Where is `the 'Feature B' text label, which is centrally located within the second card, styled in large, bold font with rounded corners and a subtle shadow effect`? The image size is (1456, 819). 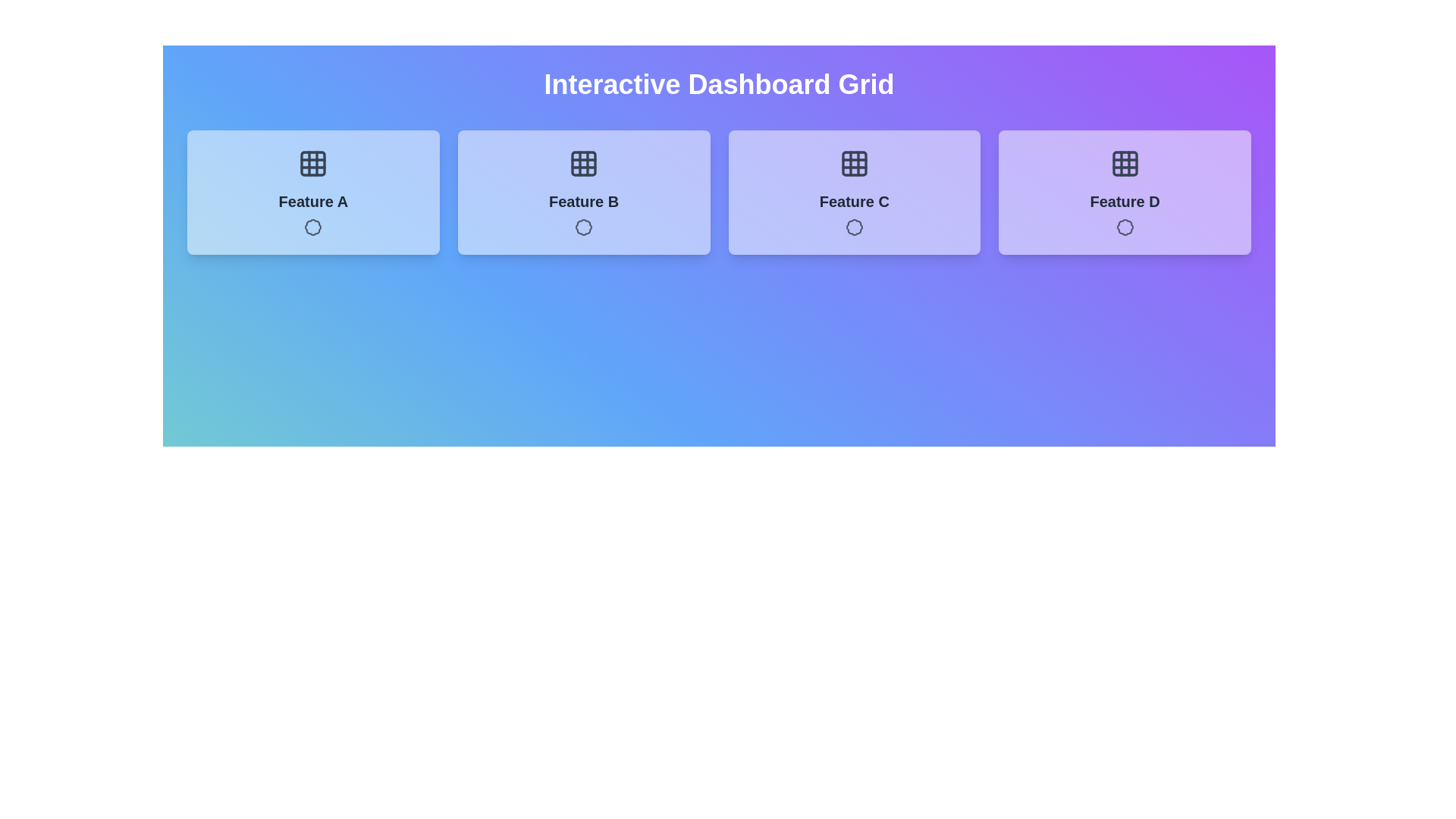 the 'Feature B' text label, which is centrally located within the second card, styled in large, bold font with rounded corners and a subtle shadow effect is located at coordinates (583, 201).